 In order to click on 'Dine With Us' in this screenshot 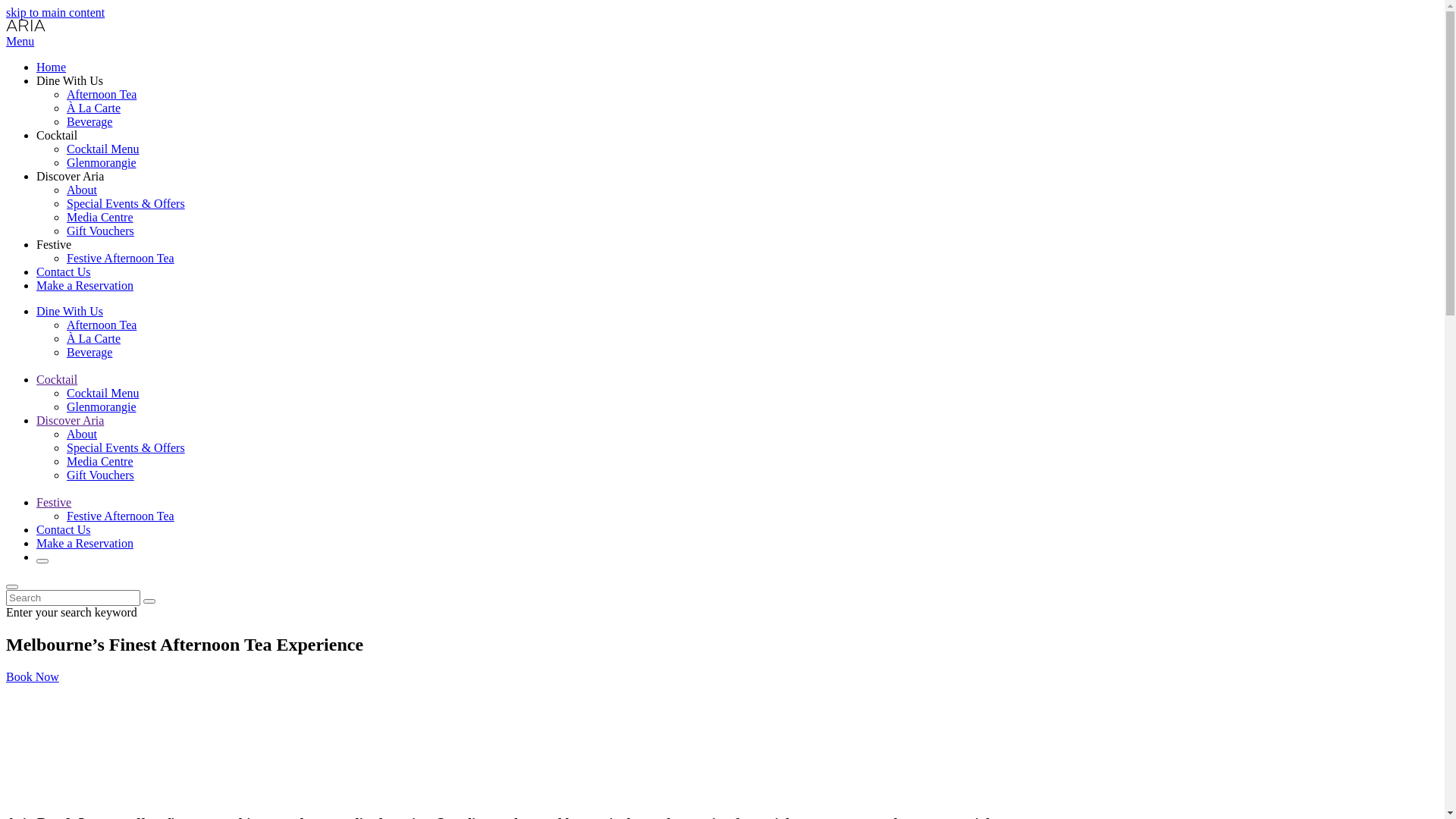, I will do `click(68, 310)`.